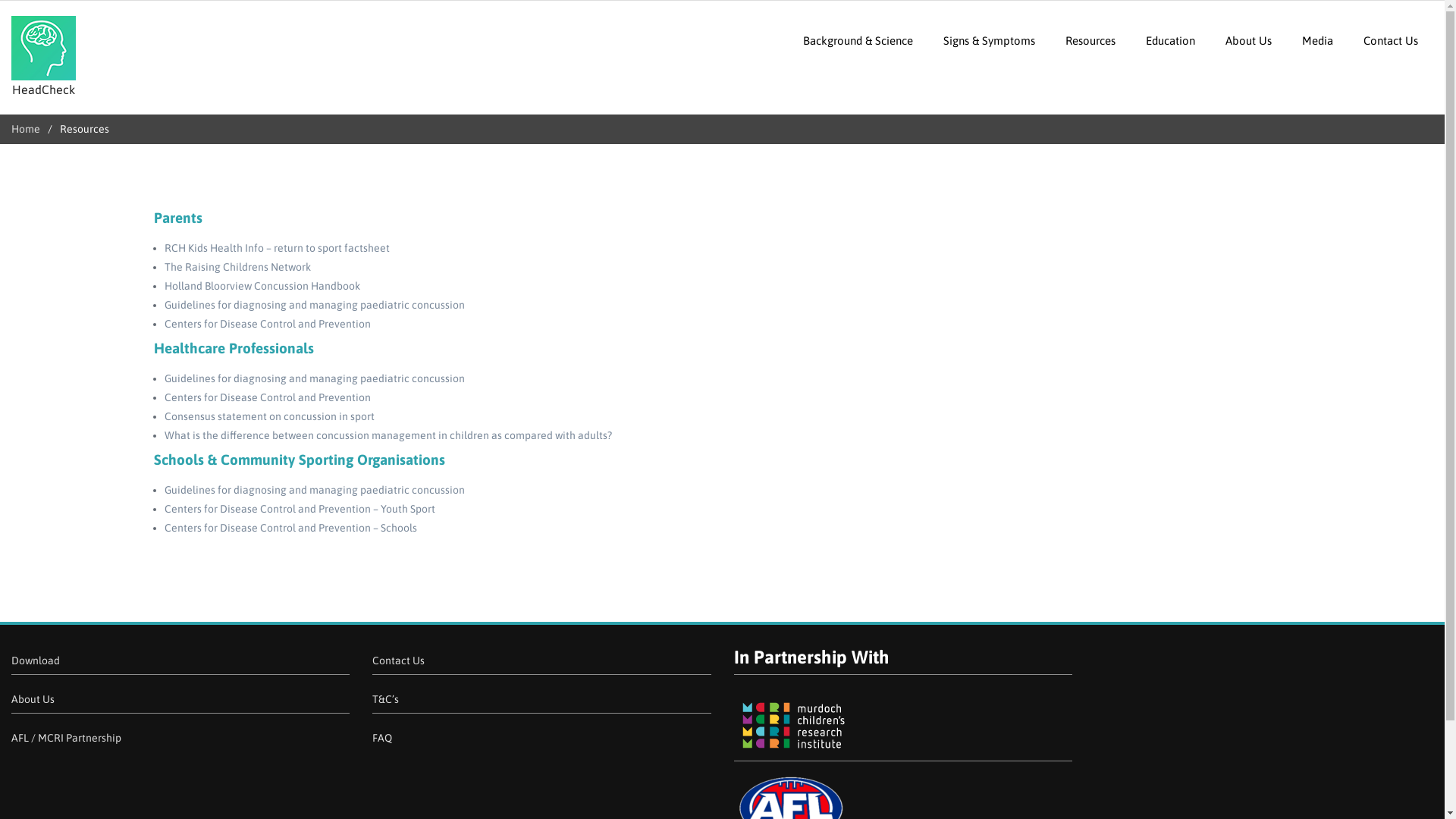 This screenshot has height=819, width=1456. I want to click on 'Holland Bloorview Concussion Handbook', so click(262, 286).